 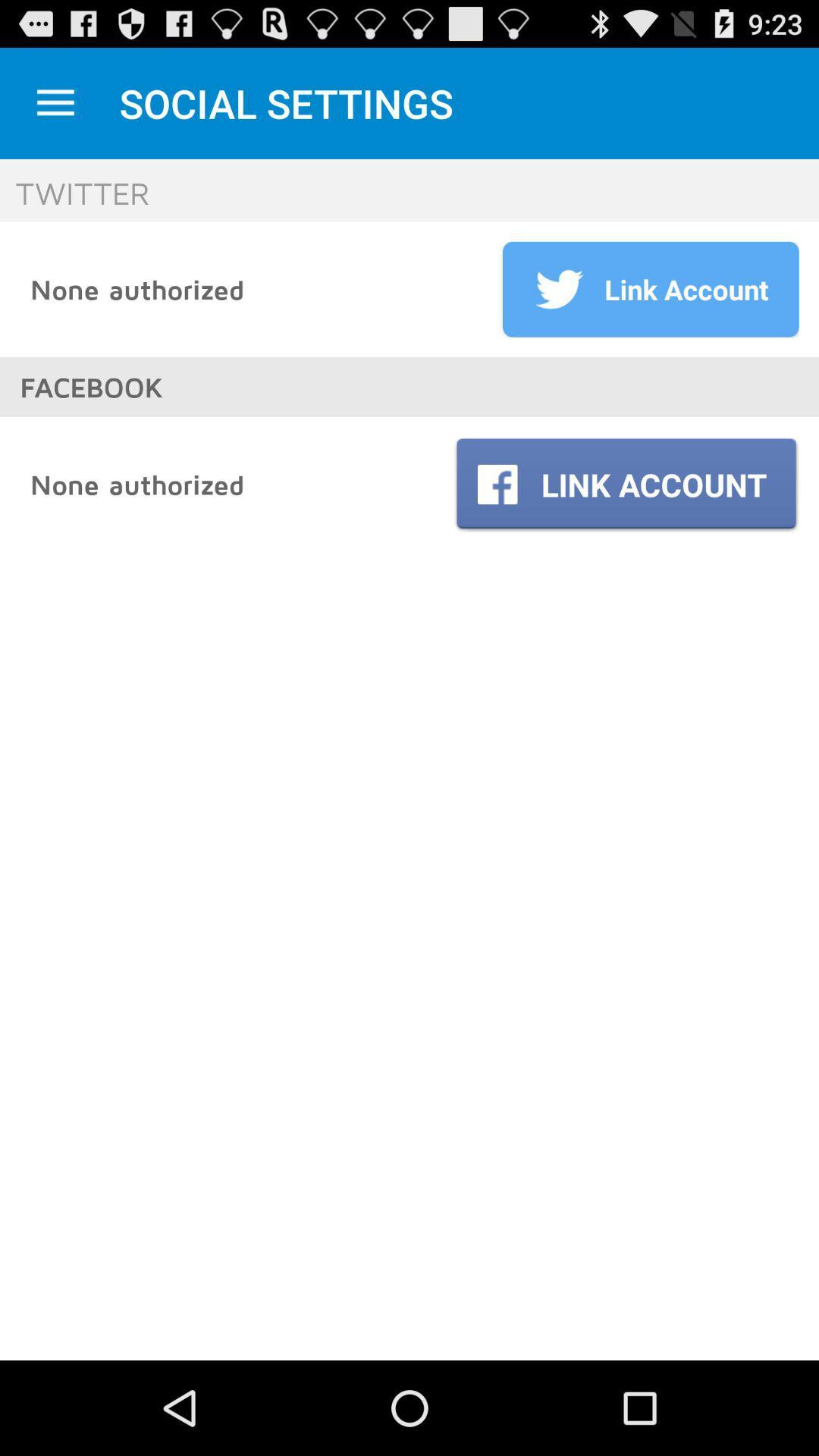 I want to click on icon above twitter icon, so click(x=55, y=102).